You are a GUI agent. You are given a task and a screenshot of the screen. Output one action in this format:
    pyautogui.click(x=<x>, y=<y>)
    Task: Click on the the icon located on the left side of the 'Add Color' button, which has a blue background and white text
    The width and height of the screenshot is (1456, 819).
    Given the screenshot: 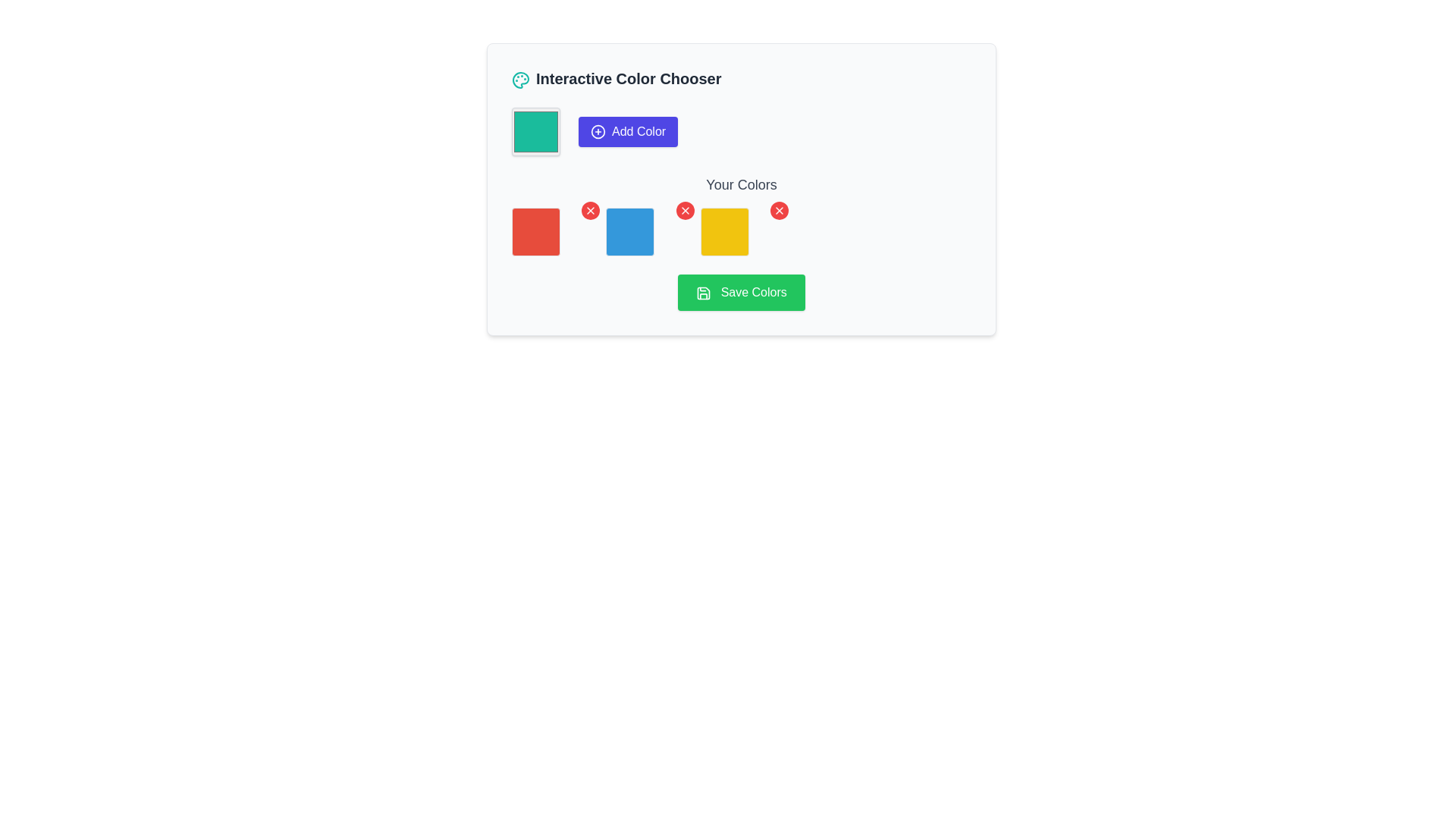 What is the action you would take?
    pyautogui.click(x=597, y=130)
    